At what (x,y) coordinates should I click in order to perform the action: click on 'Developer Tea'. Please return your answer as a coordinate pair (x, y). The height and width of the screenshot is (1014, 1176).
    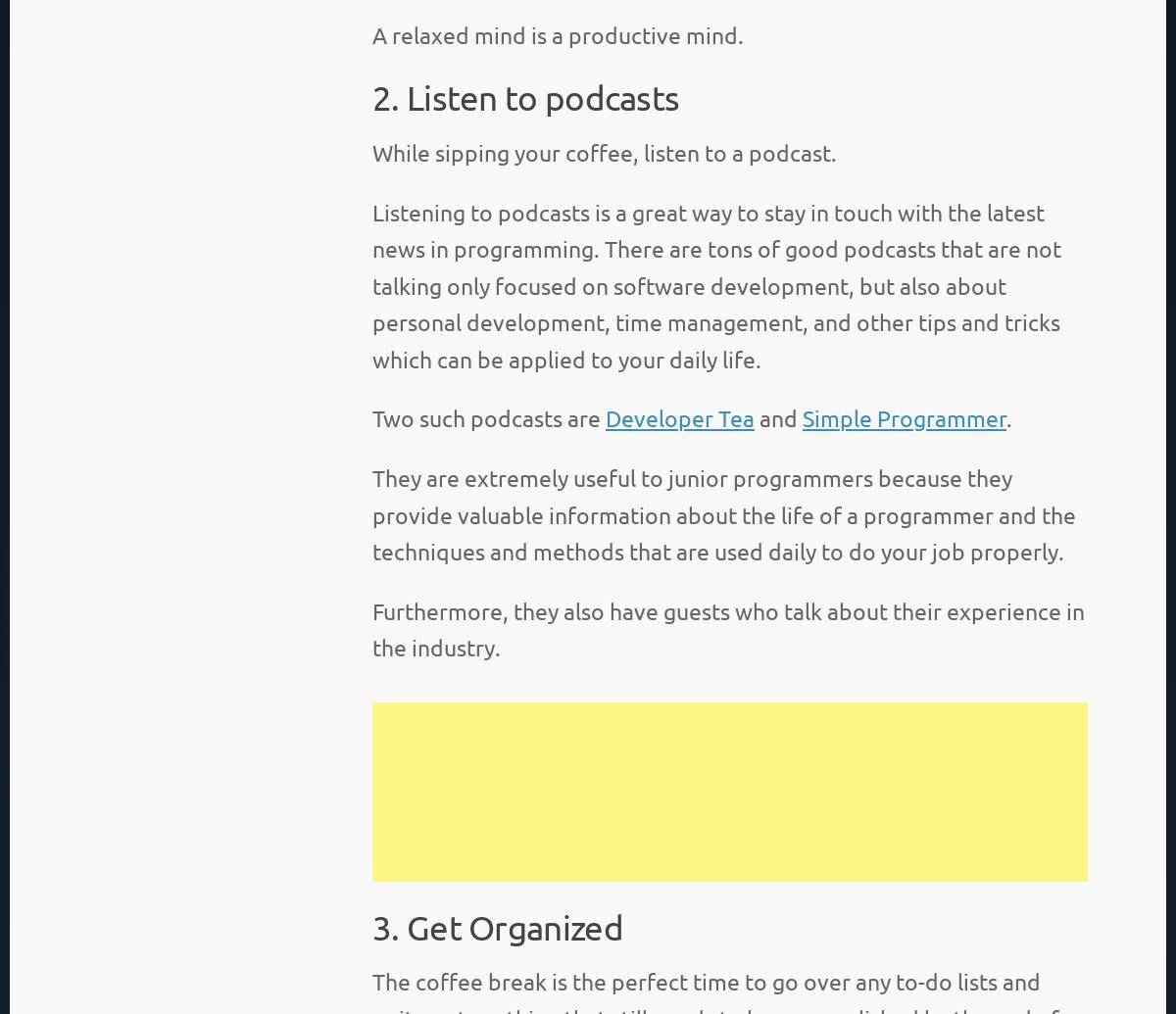
    Looking at the image, I should click on (679, 417).